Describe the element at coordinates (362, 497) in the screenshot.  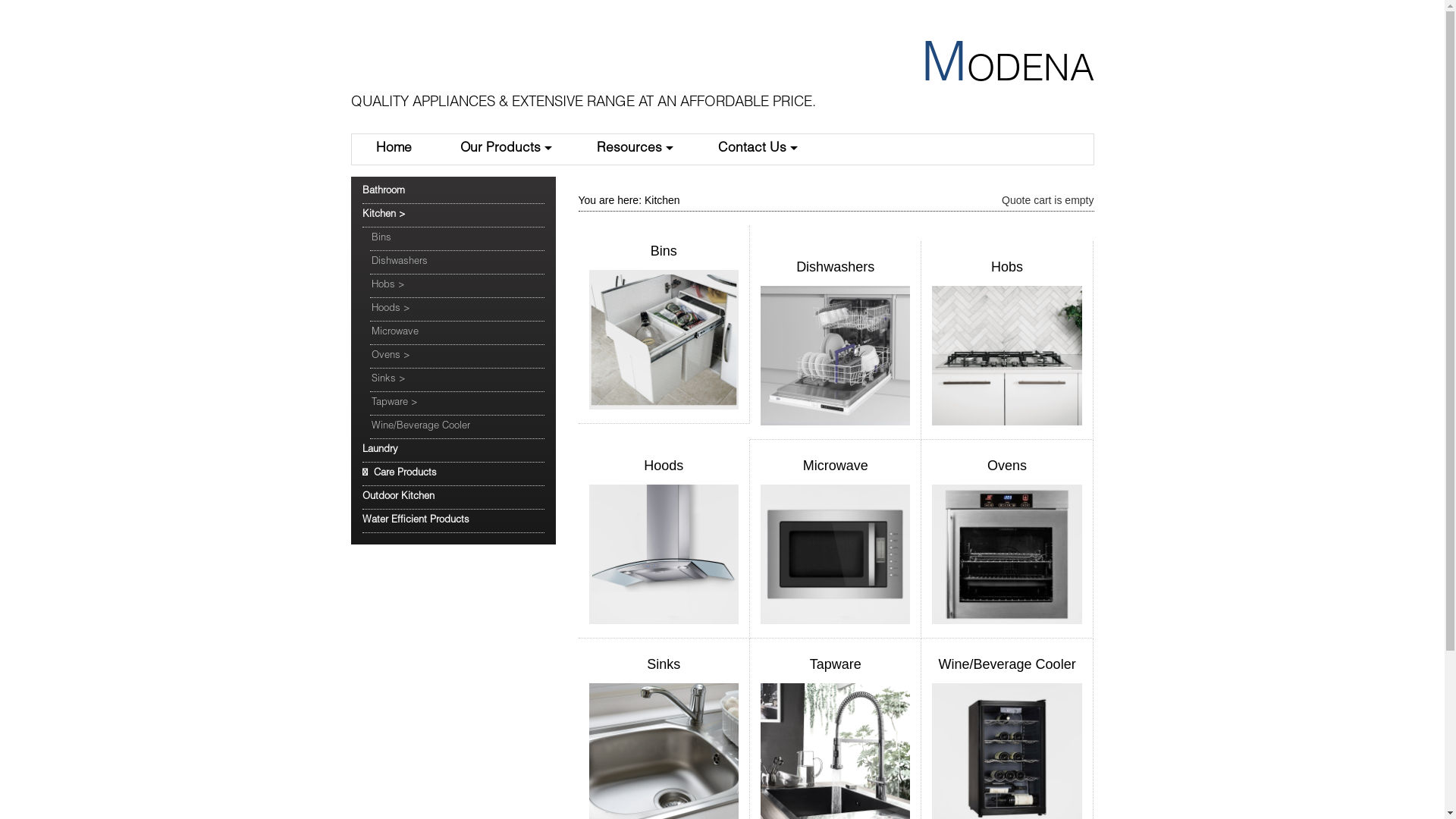
I see `'Outdoor Kitchen'` at that location.